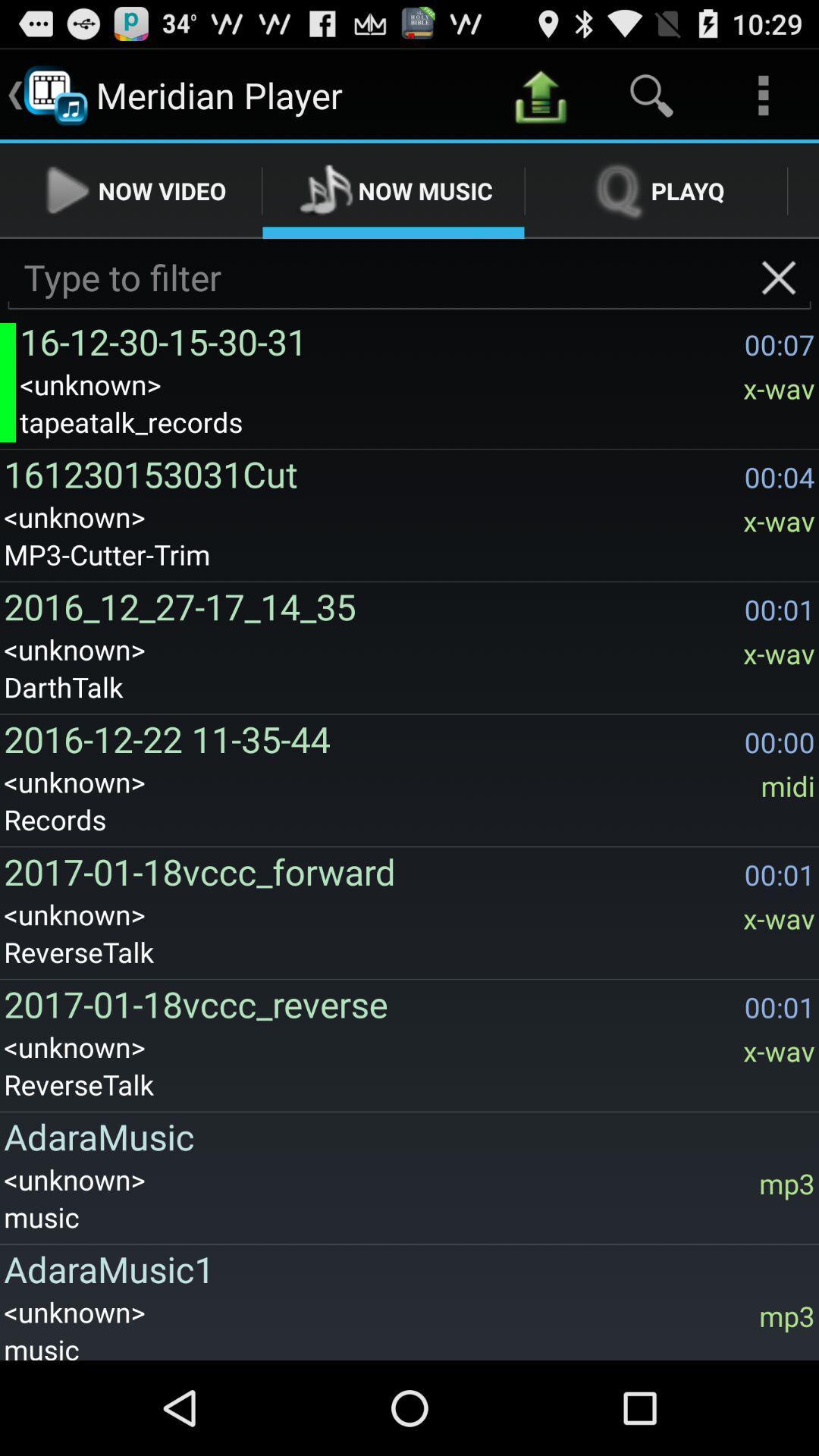 The width and height of the screenshot is (819, 1456). I want to click on item above the 161230153031cut, so click(417, 422).